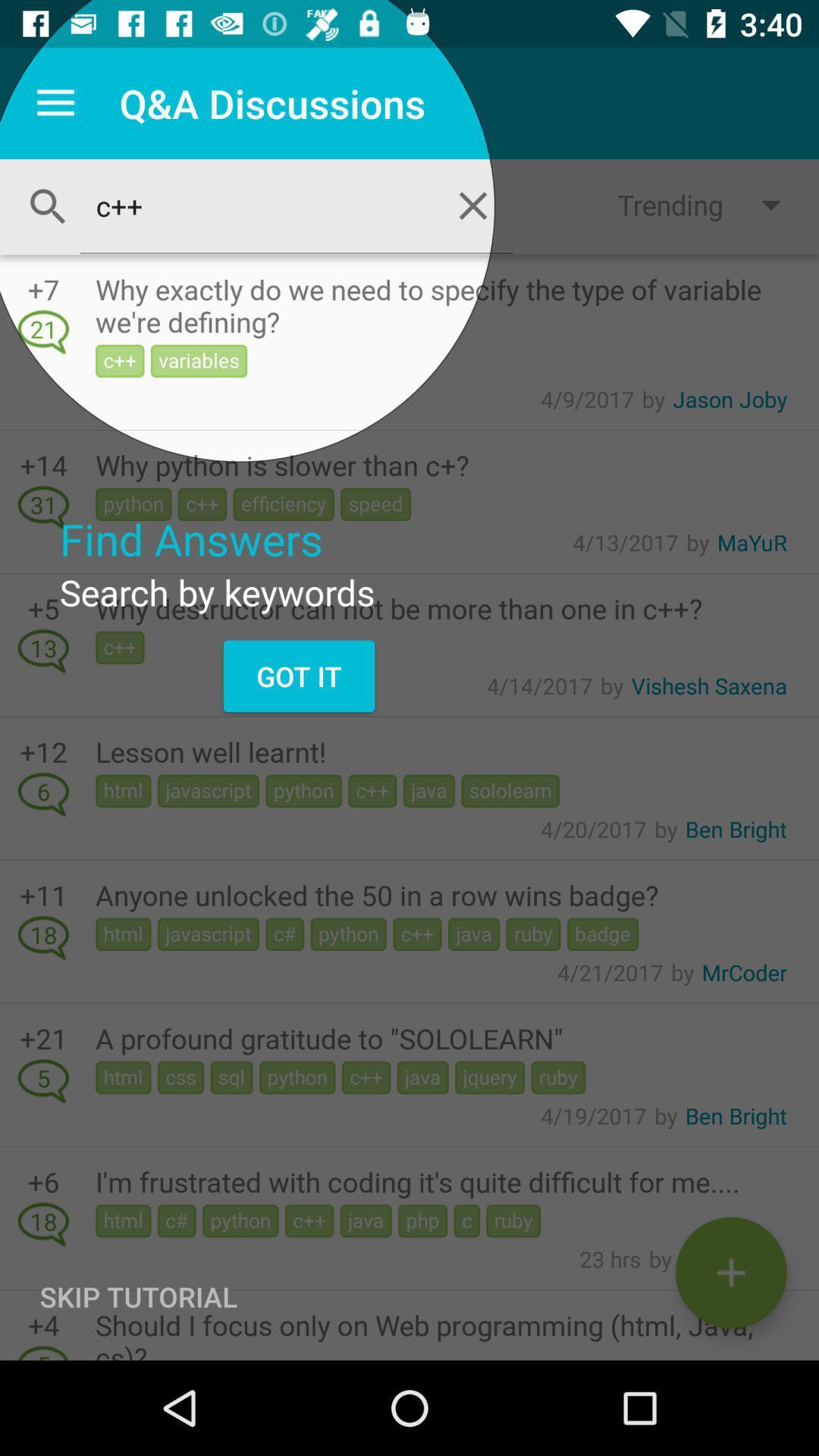 The width and height of the screenshot is (819, 1456). I want to click on compose an email, so click(730, 1272).